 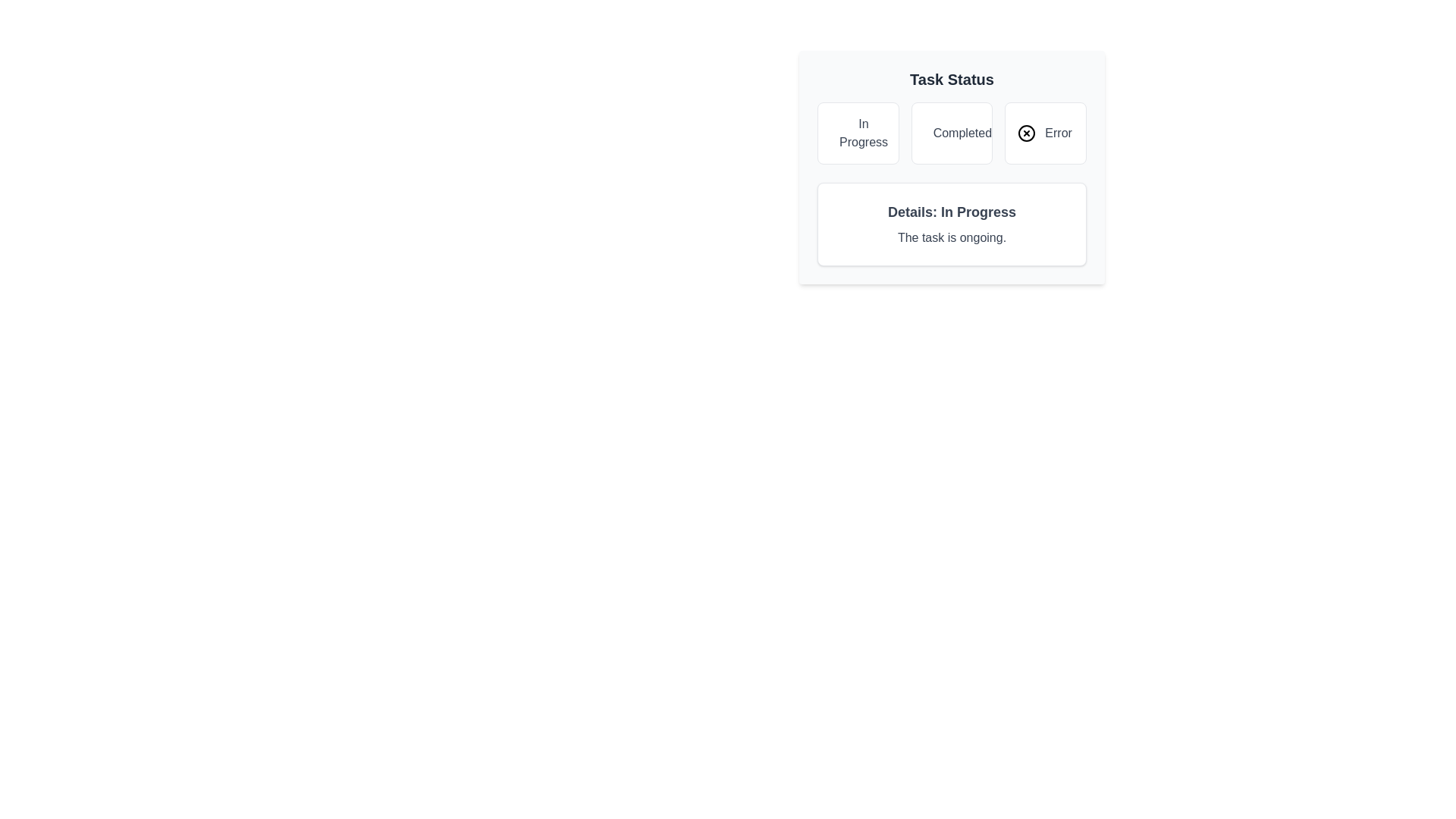 I want to click on the text label that reads 'Details: In Progress', which is styled with a bold, larger font and is located within a light gray section with rounded corners, so click(x=951, y=212).